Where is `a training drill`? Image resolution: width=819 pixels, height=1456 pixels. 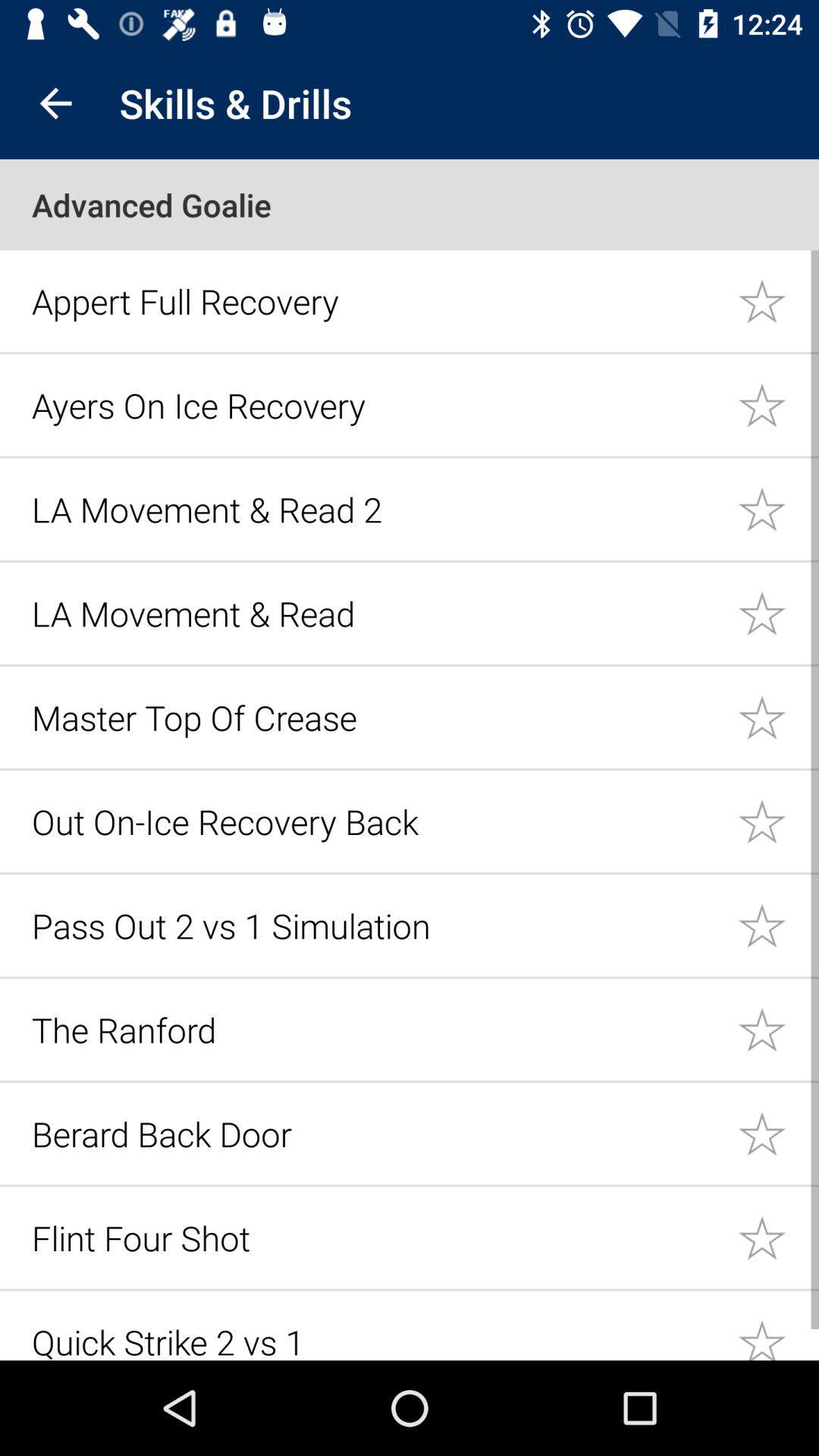 a training drill is located at coordinates (778, 1133).